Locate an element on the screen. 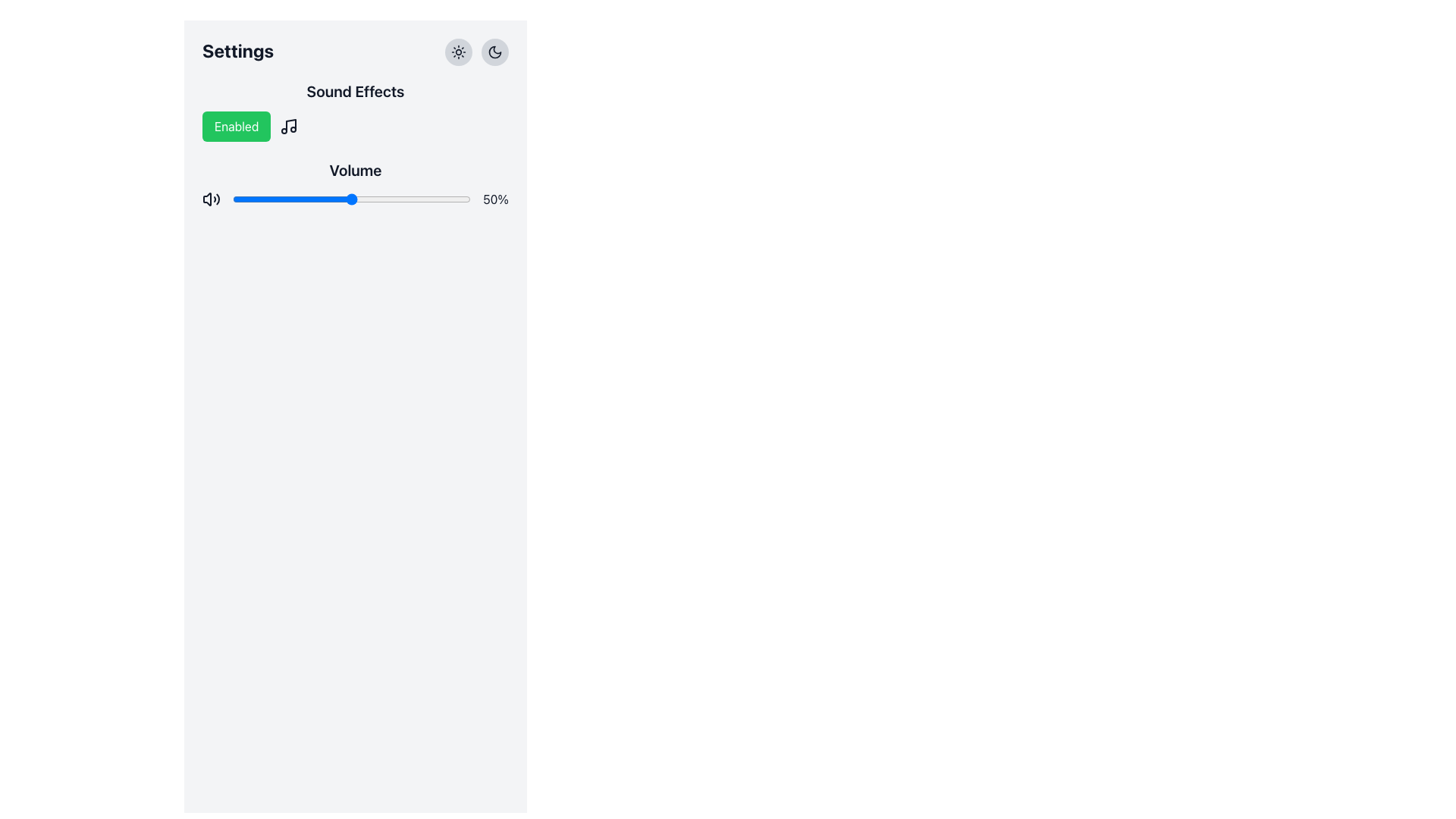 The height and width of the screenshot is (819, 1456). the sound effects icon located in the 'Sound Effects' section, positioned to the right of the 'Enabled' button and slightly above the 'Volume' controls is located at coordinates (289, 125).